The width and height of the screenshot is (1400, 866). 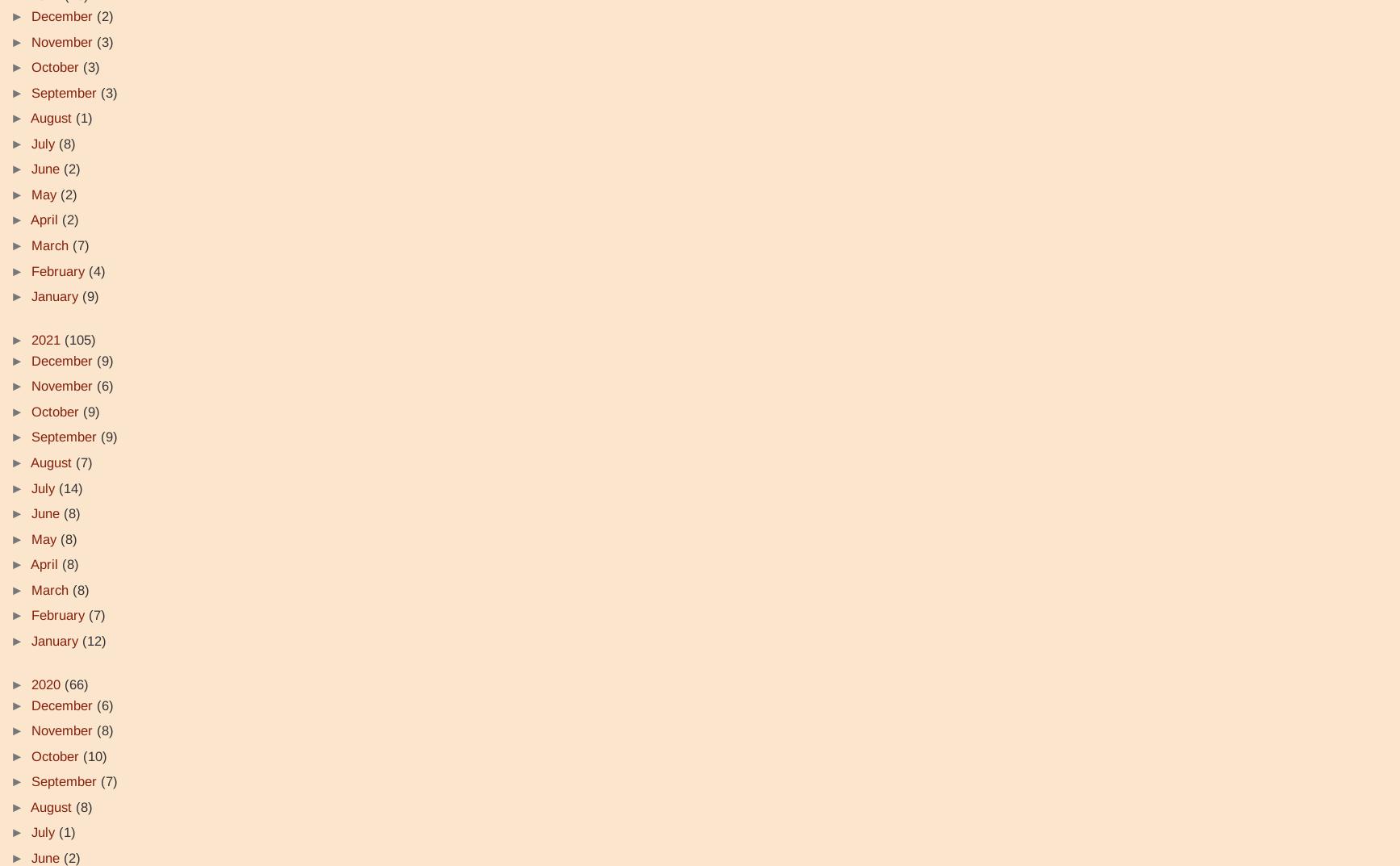 What do you see at coordinates (88, 270) in the screenshot?
I see `'(4)'` at bounding box center [88, 270].